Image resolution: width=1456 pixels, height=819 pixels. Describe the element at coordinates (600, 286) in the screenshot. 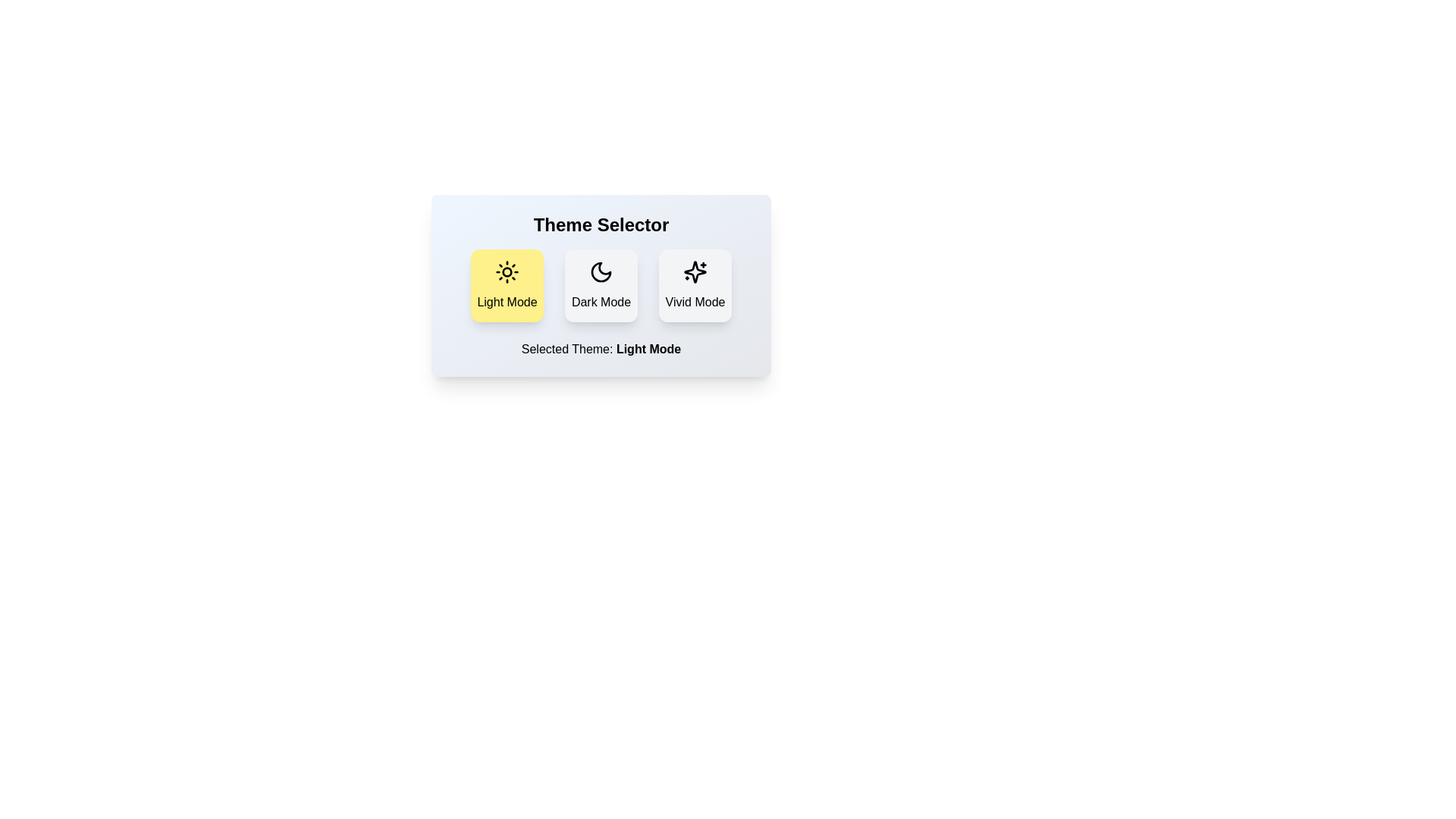

I see `the Dark Mode button to observe visual feedback` at that location.